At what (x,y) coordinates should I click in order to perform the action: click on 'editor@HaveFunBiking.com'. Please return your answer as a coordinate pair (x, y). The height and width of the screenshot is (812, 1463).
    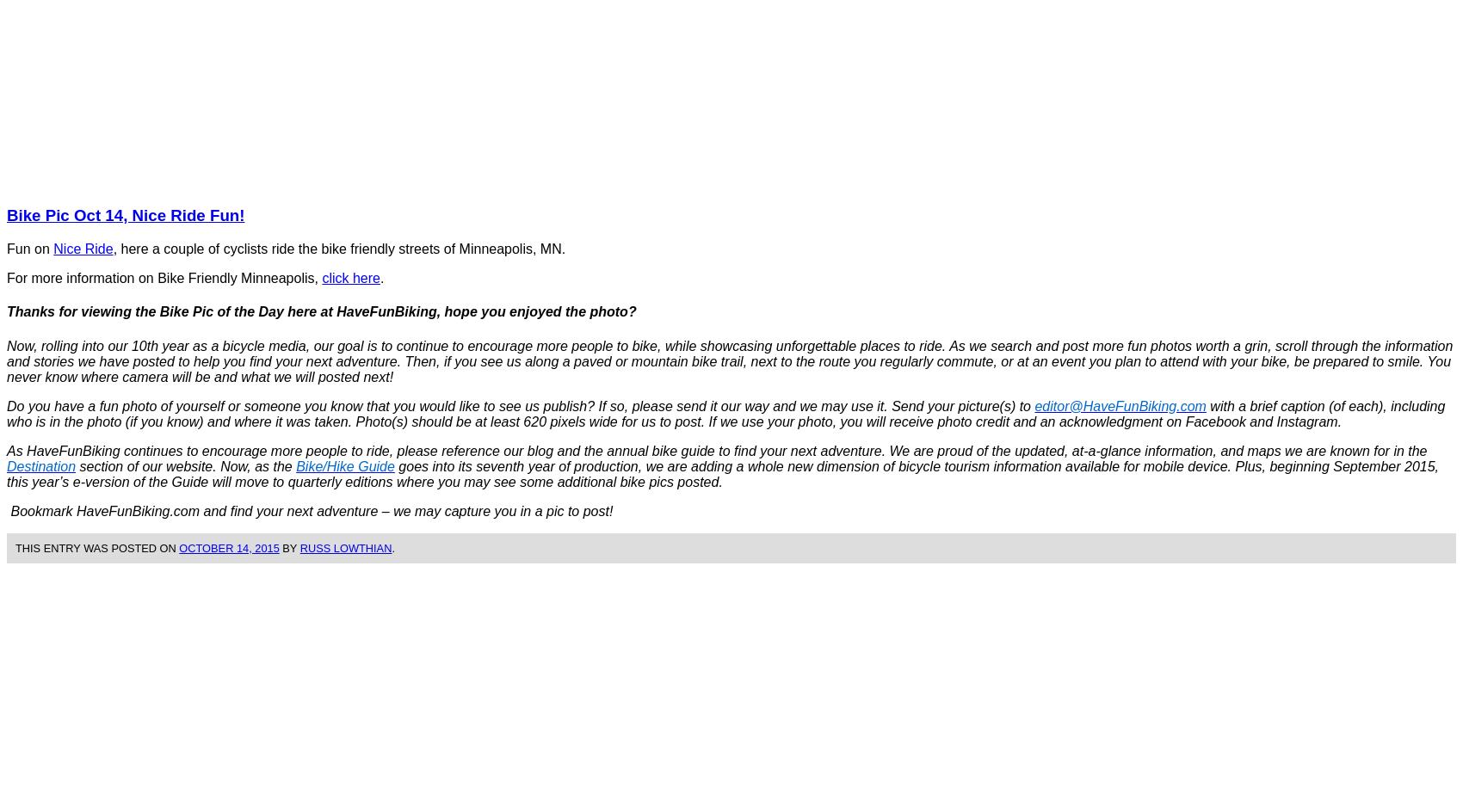
    Looking at the image, I should click on (1120, 404).